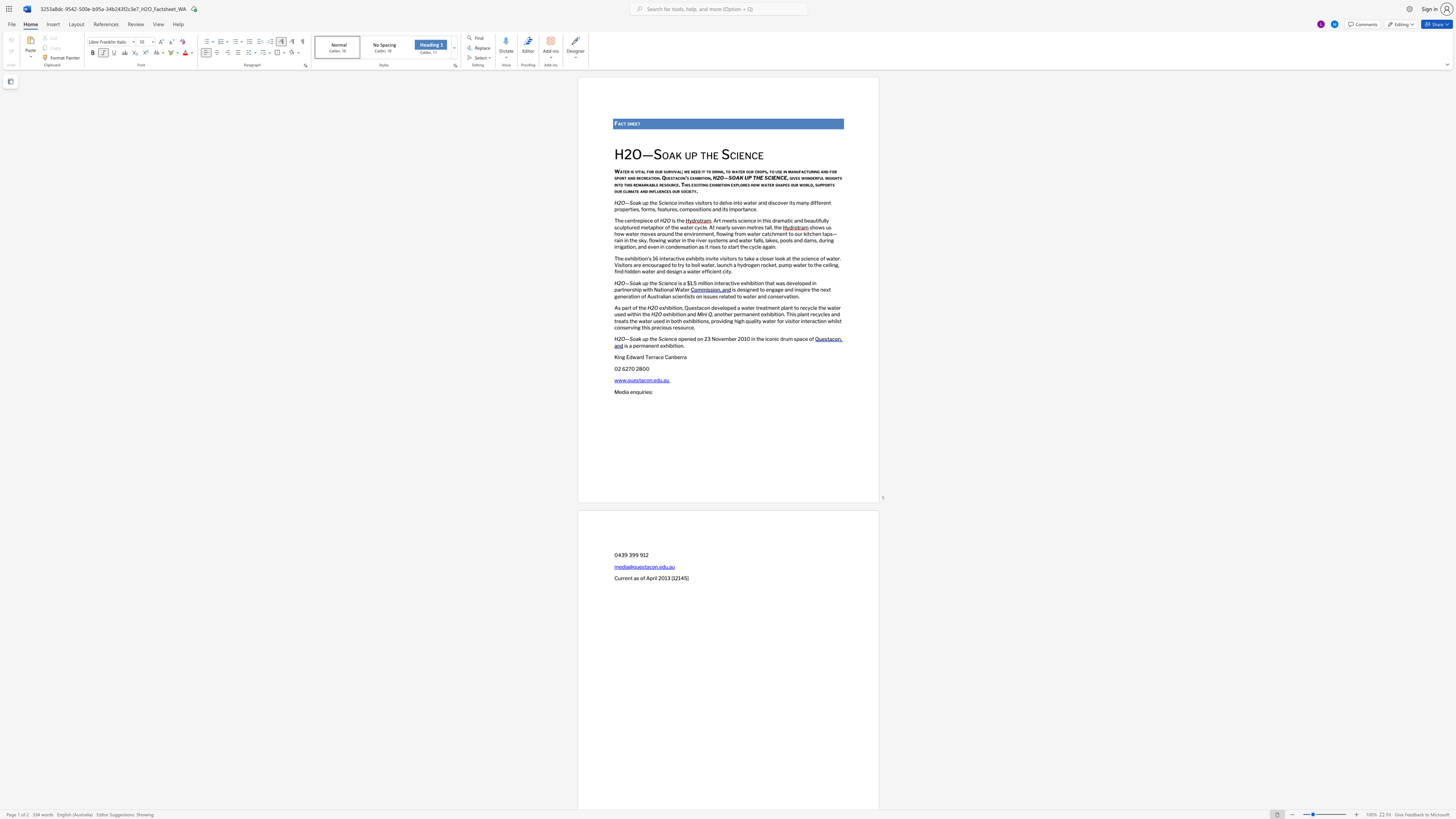 This screenshot has height=819, width=1456. I want to click on the space between the continuous character "t" and "m" in the text, so click(767, 307).